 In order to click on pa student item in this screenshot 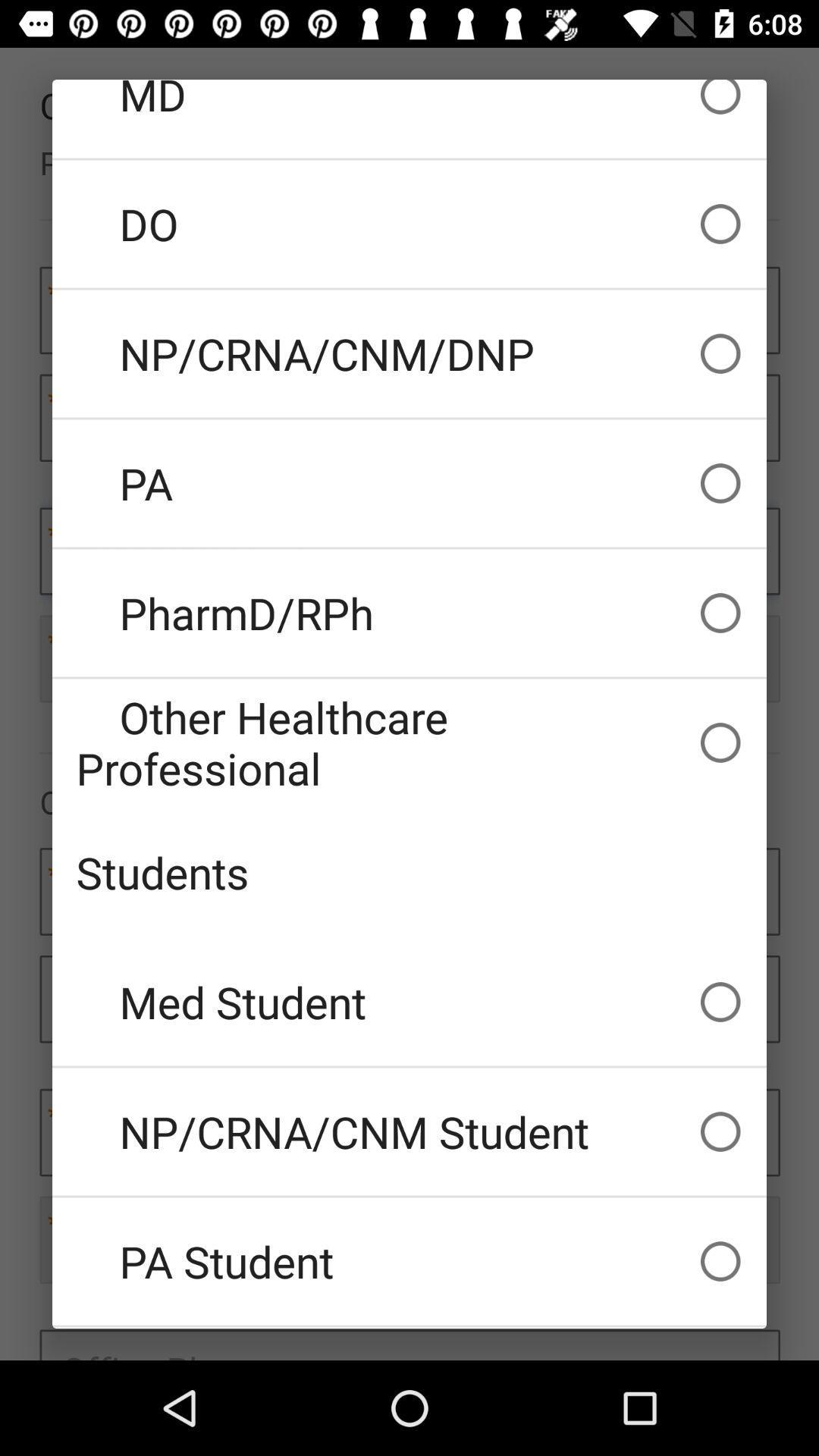, I will do `click(409, 1261)`.